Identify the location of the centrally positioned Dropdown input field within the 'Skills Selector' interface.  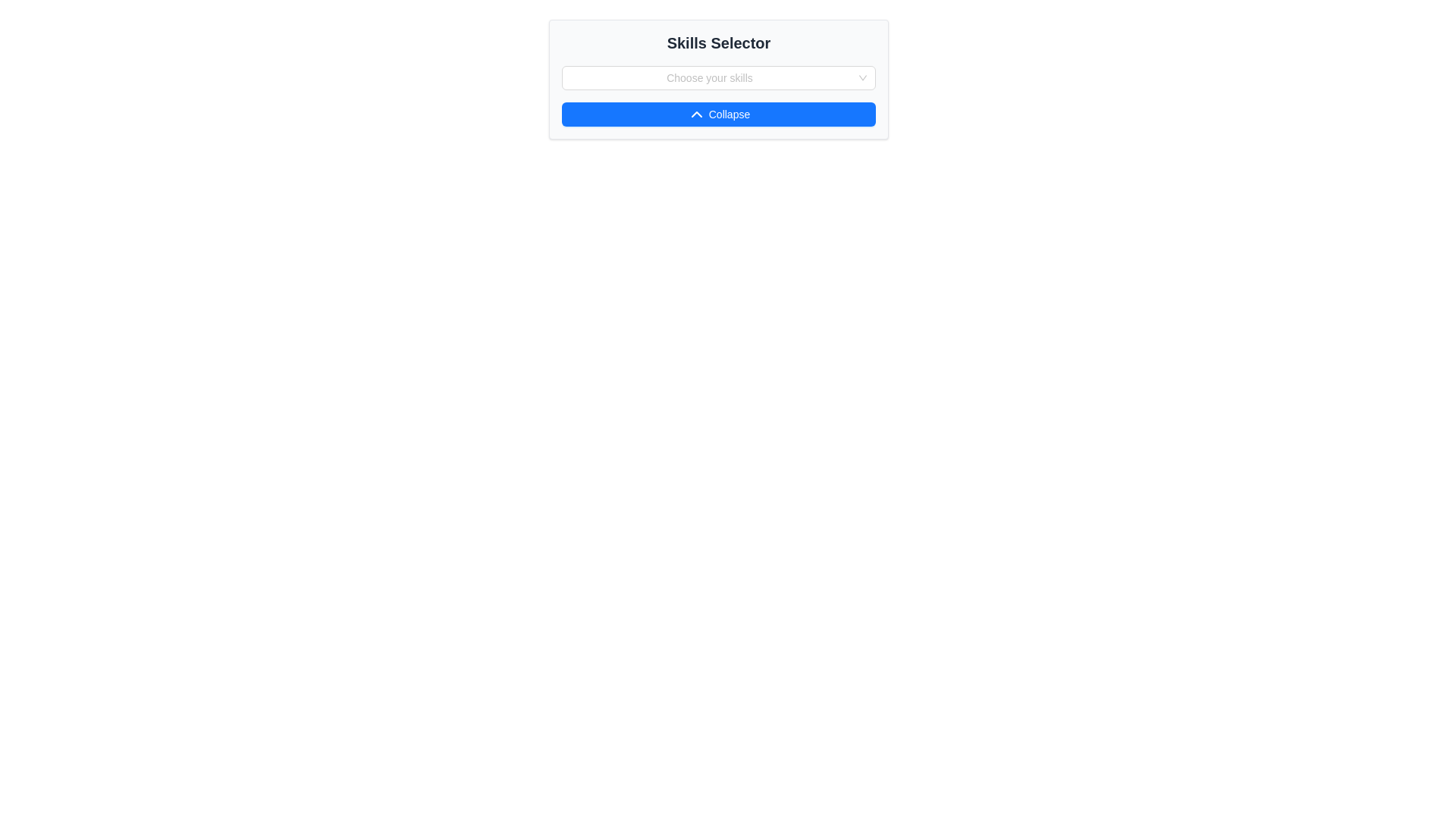
(710, 78).